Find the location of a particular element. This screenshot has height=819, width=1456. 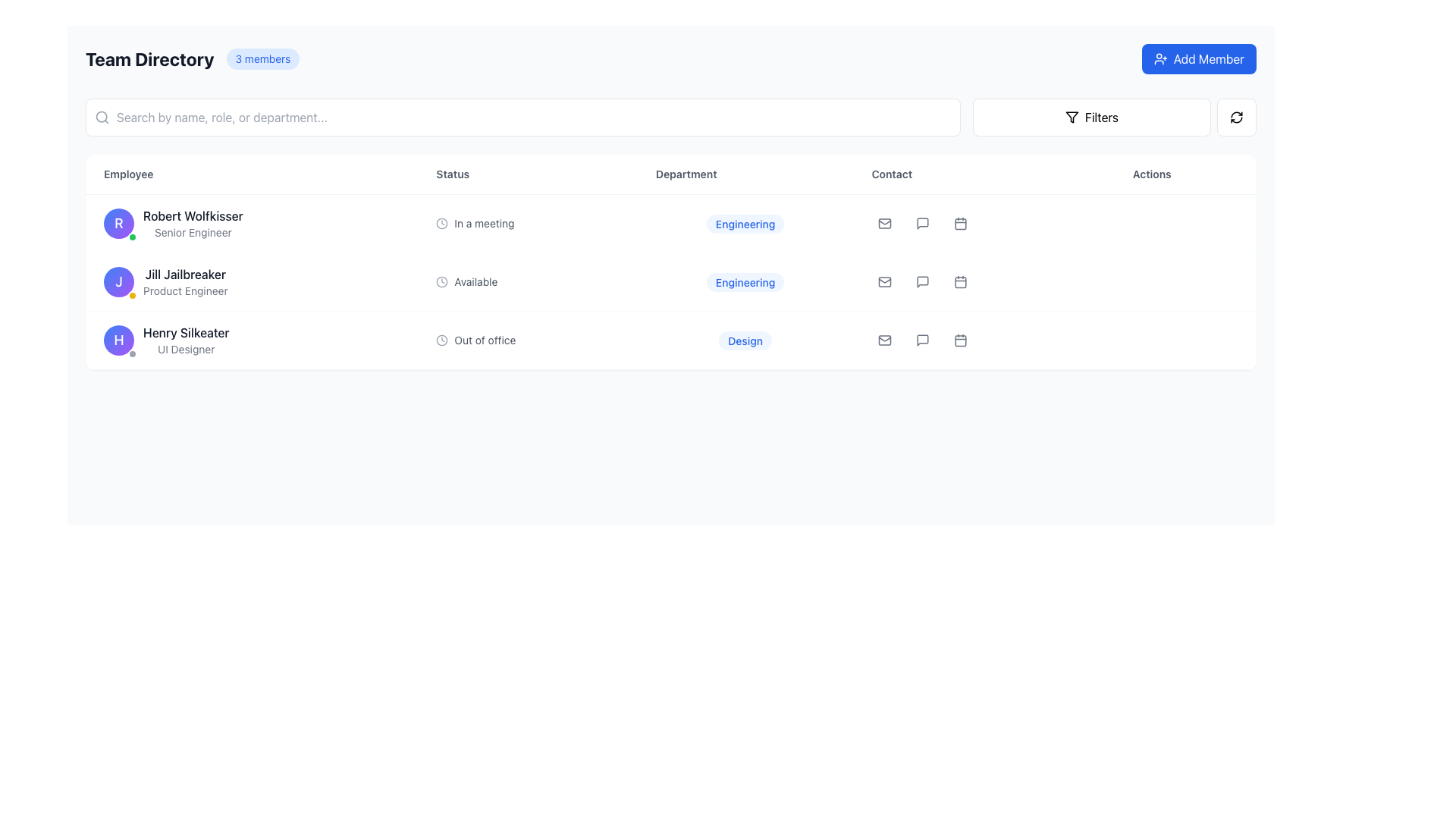

the messaging icon for user 'Jill Jailbreaker' located in the second row of the 'Contact' column is located at coordinates (921, 281).